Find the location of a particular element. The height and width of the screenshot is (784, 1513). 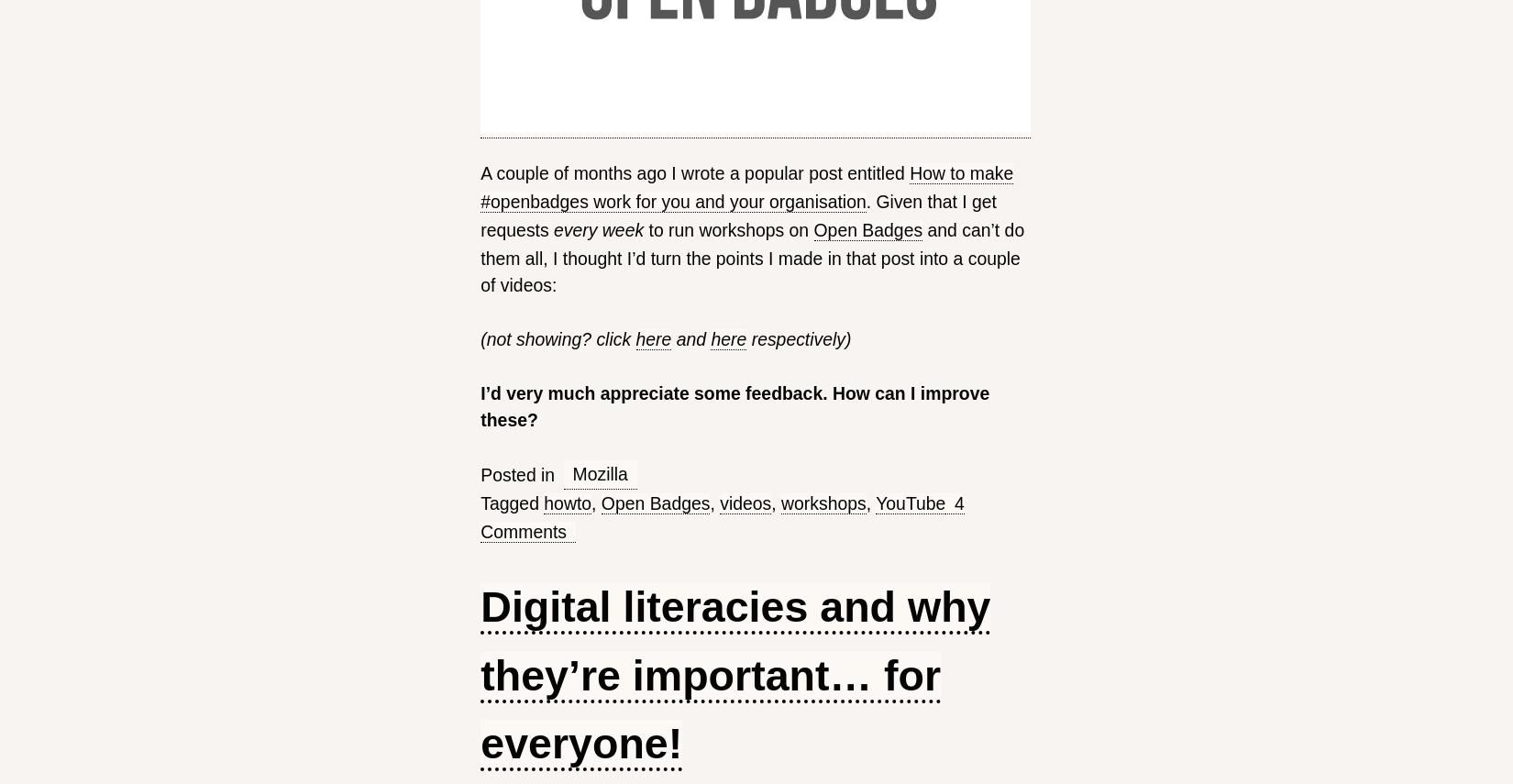

'A couple of months ago I wrote a popular post entitled' is located at coordinates (694, 172).